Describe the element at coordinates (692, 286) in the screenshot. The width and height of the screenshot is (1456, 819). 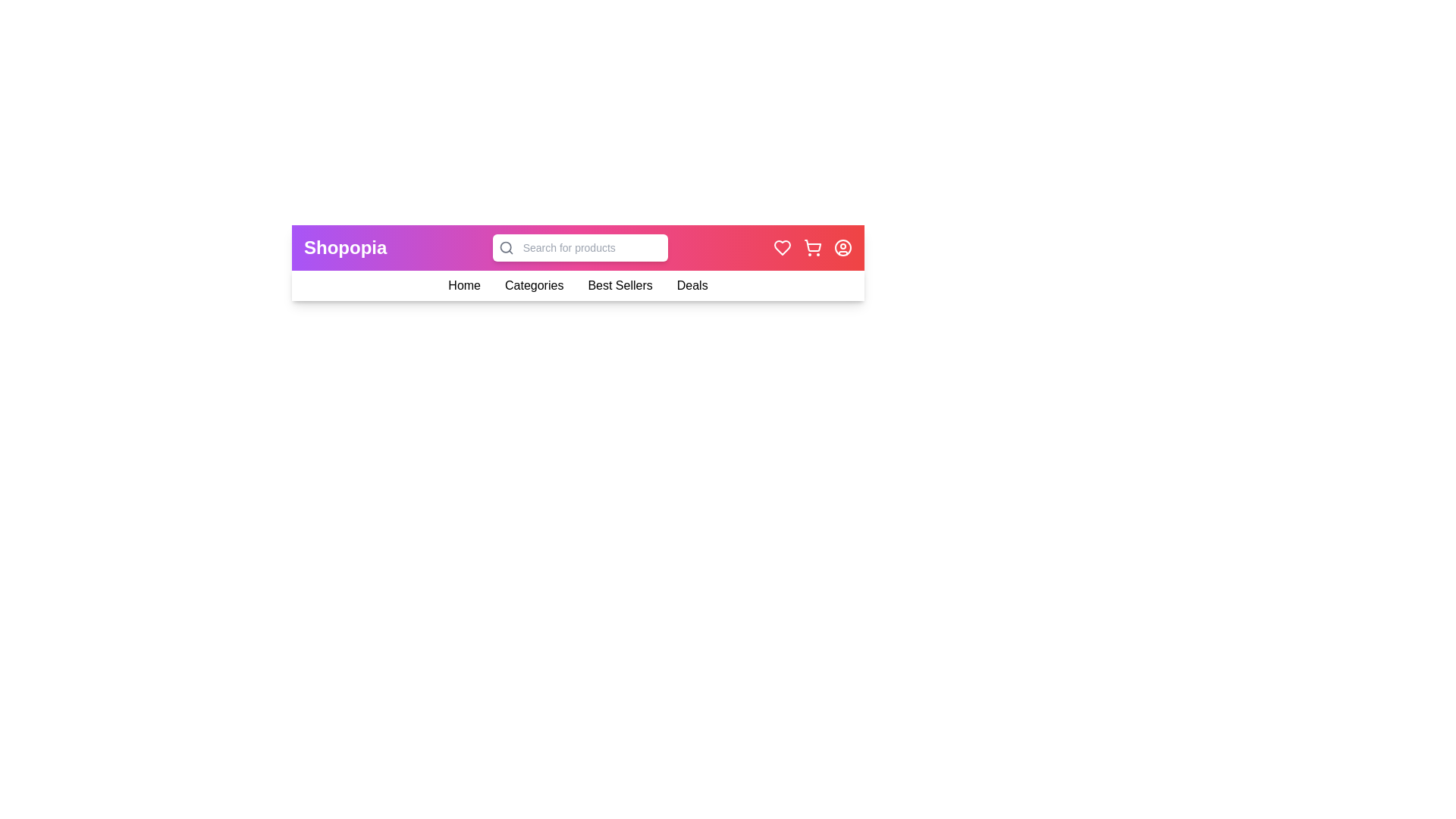
I see `the Deals navigation link` at that location.